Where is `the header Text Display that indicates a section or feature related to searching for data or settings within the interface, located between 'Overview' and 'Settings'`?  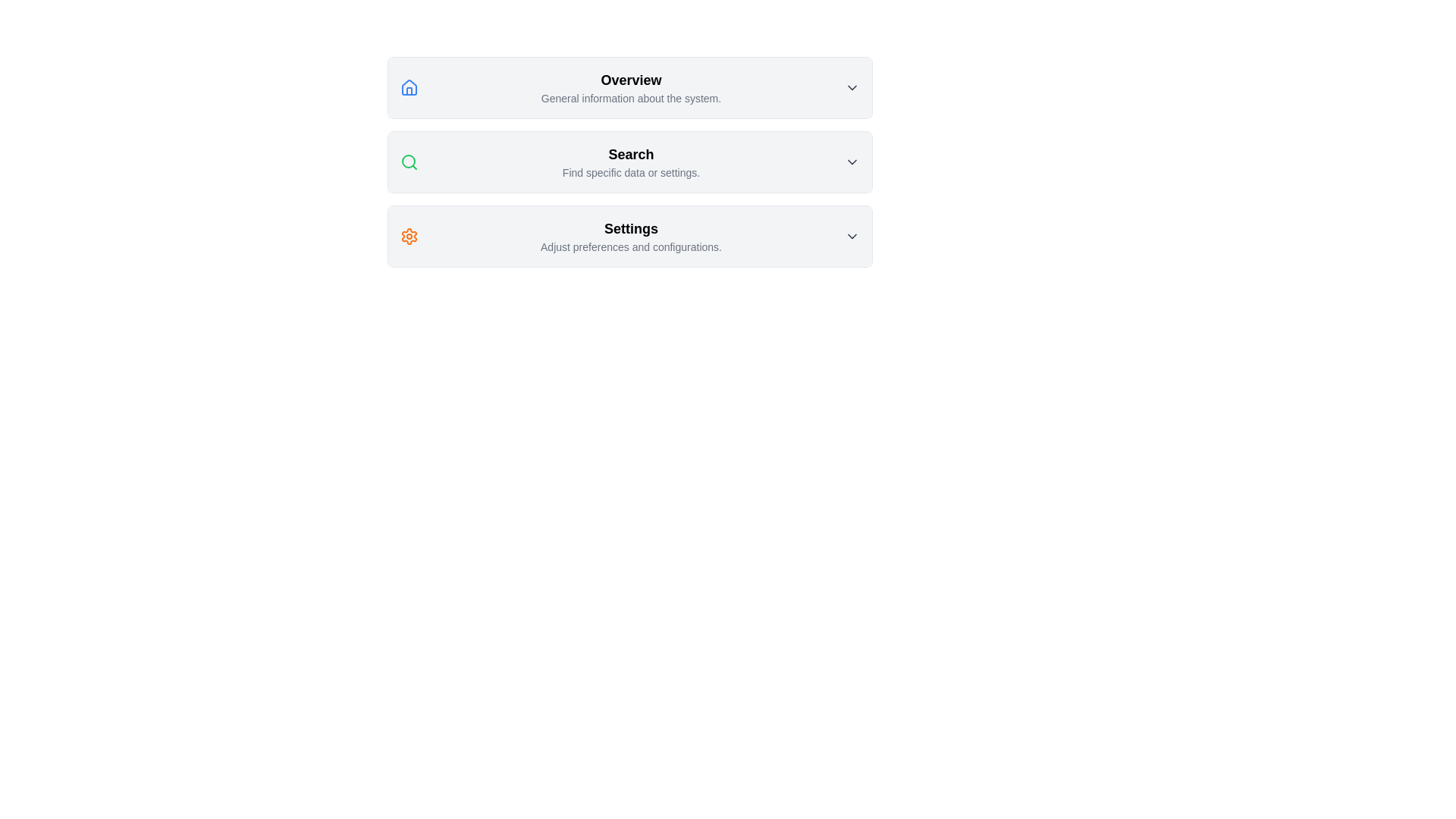 the header Text Display that indicates a section or feature related to searching for data or settings within the interface, located between 'Overview' and 'Settings' is located at coordinates (631, 162).